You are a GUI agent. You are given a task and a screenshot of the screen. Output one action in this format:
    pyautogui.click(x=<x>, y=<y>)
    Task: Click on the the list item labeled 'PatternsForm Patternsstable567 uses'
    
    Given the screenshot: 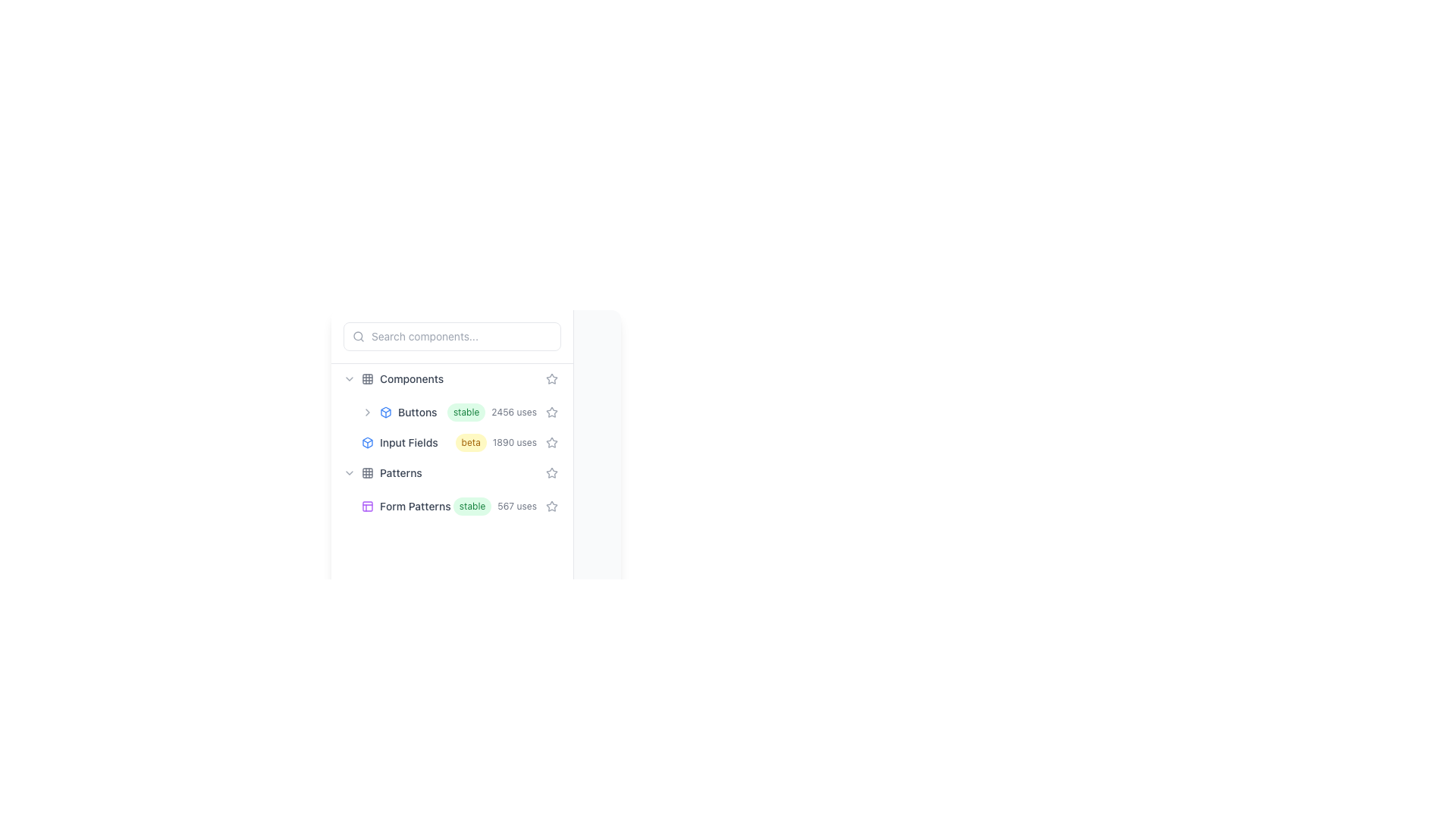 What is the action you would take?
    pyautogui.click(x=451, y=489)
    